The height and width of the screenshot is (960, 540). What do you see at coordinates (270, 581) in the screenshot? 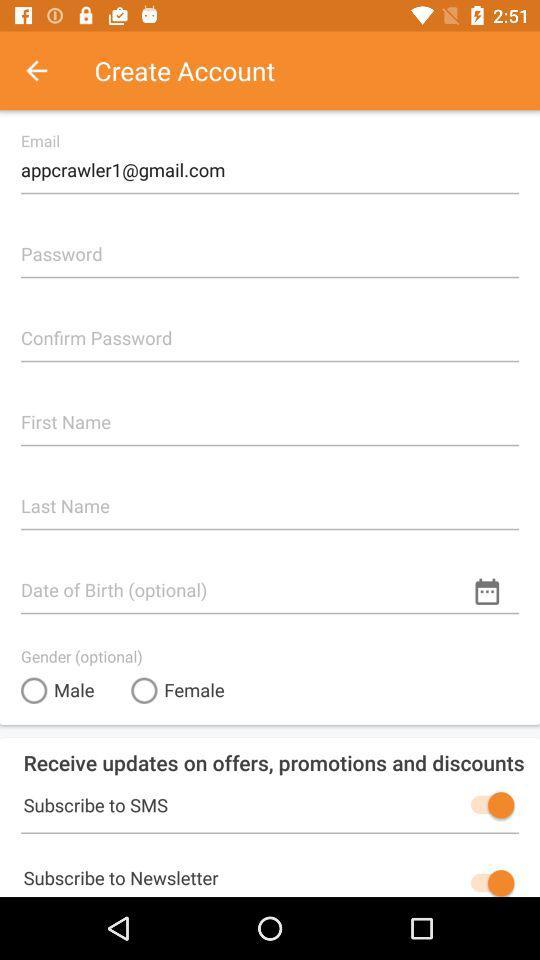
I see `type birth date` at bounding box center [270, 581].